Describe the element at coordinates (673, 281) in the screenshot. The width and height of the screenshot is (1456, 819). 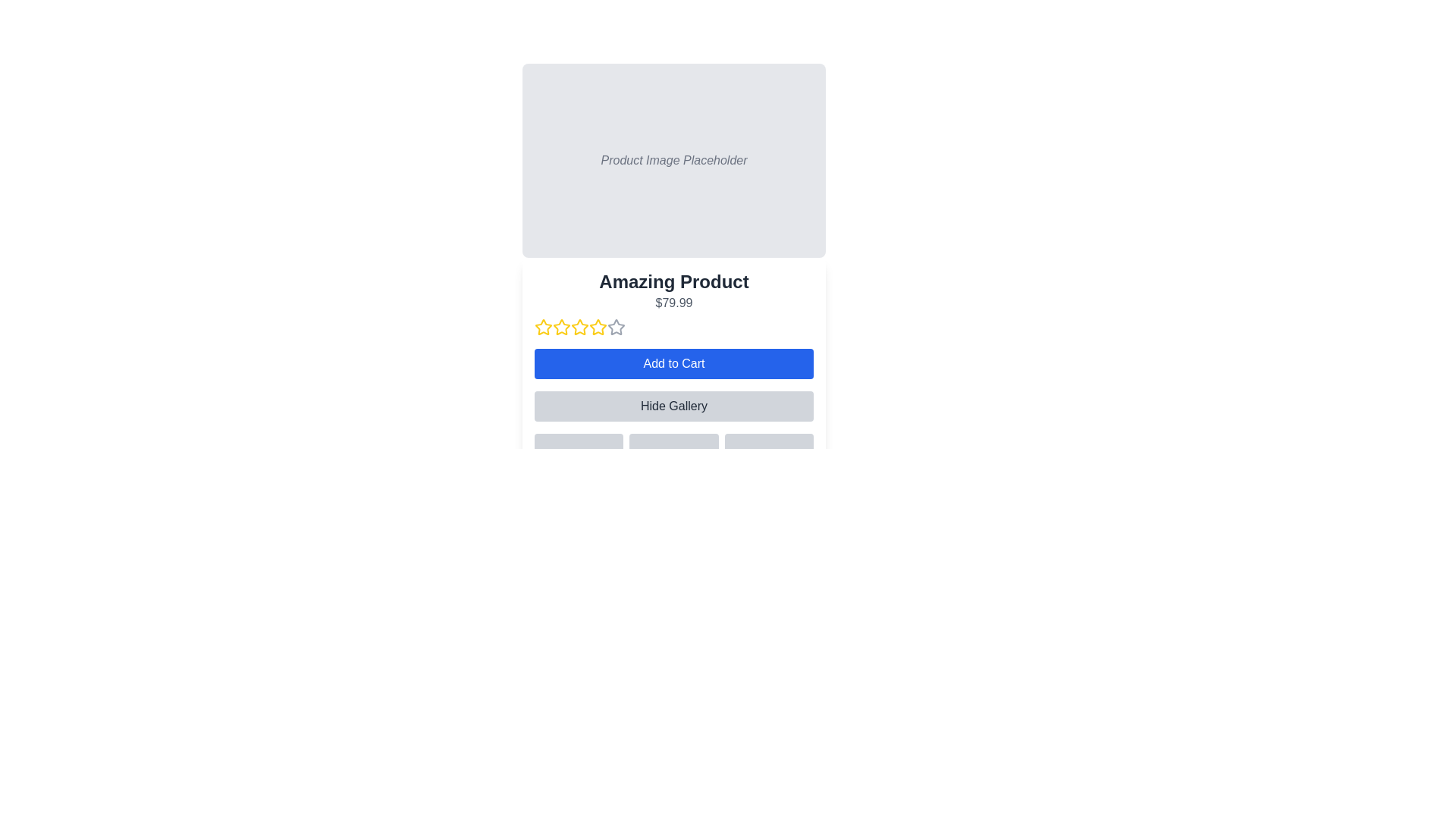
I see `text from the Text Label displaying 'Amazing Product', which is bold and large, located above the price display and below the product image placeholder` at that location.